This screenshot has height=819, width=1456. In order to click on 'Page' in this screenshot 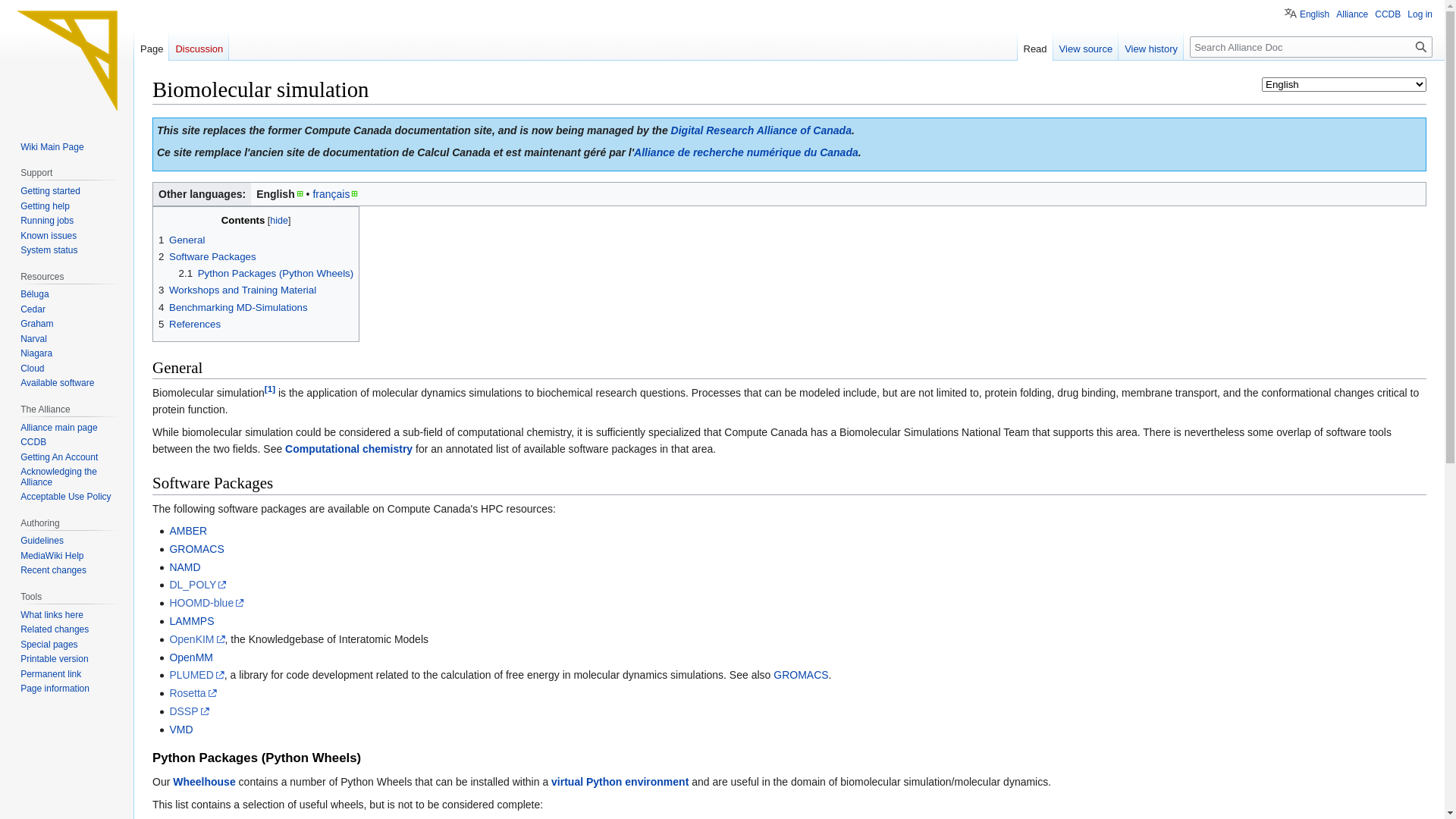, I will do `click(152, 45)`.